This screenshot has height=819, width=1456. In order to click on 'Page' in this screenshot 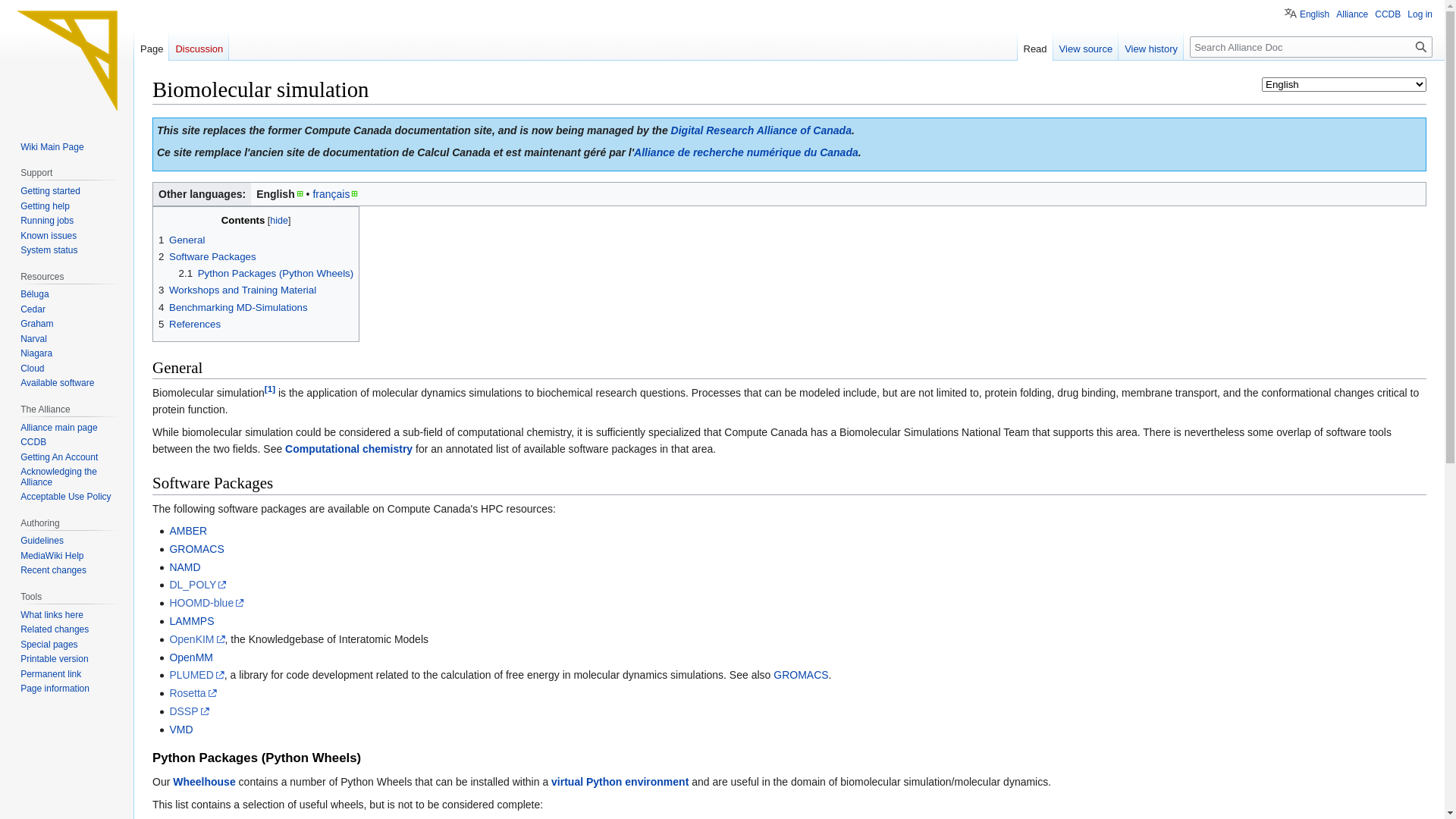, I will do `click(152, 45)`.